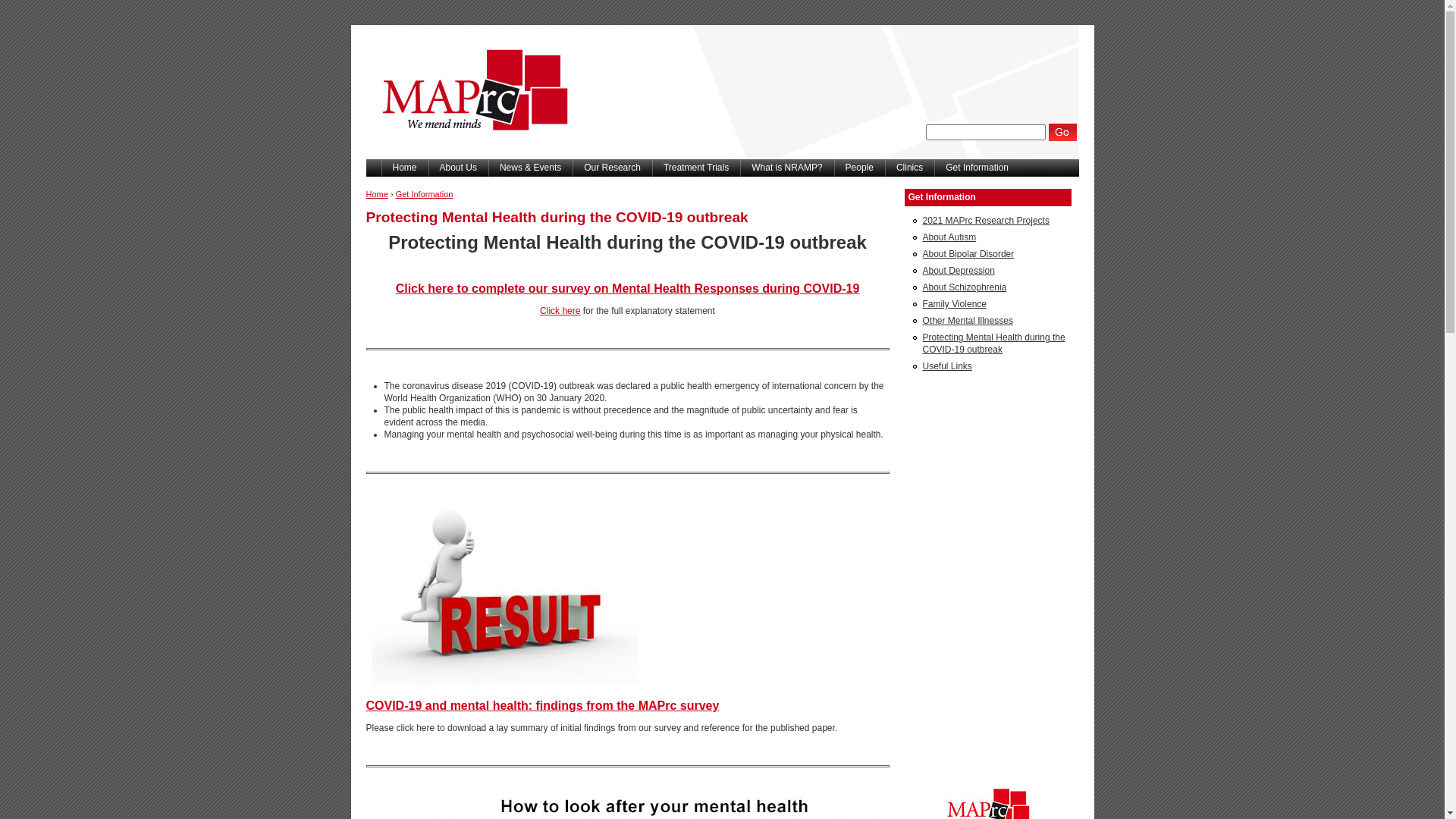 Image resolution: width=1456 pixels, height=819 pixels. Describe the element at coordinates (1062, 131) in the screenshot. I see `'Search'` at that location.